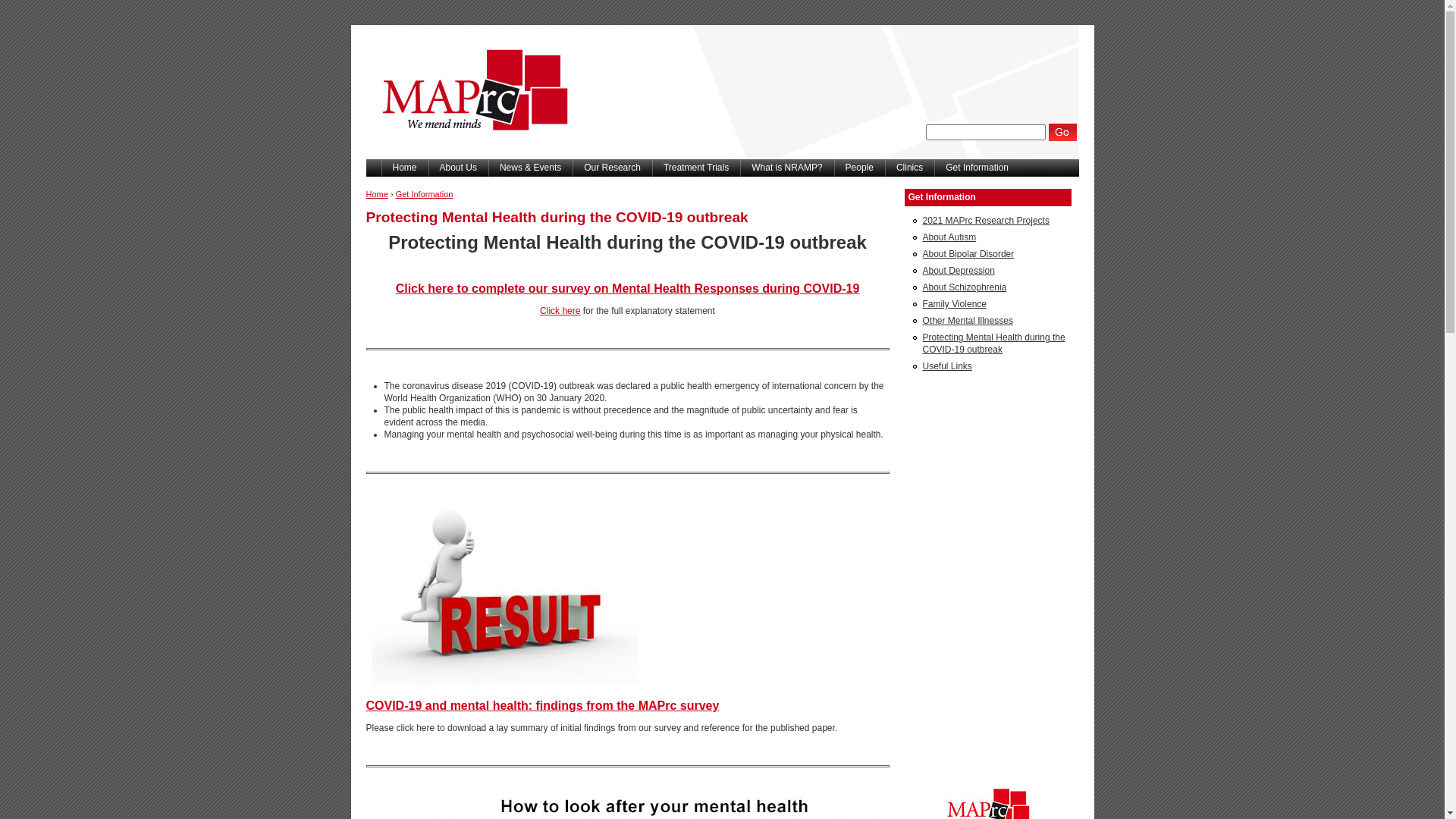 Image resolution: width=1456 pixels, height=819 pixels. Describe the element at coordinates (1062, 131) in the screenshot. I see `'Search'` at that location.